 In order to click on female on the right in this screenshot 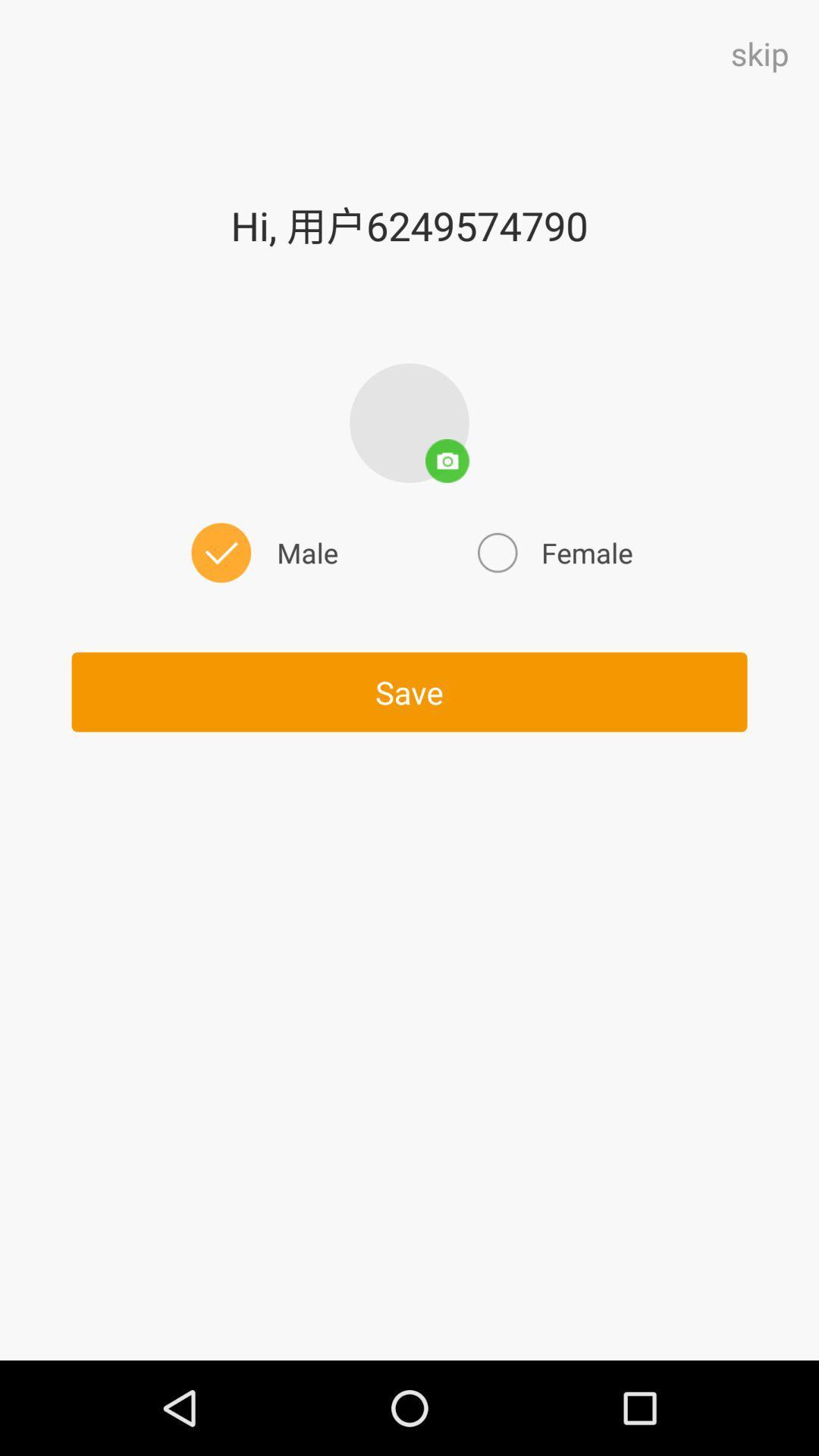, I will do `click(553, 552)`.